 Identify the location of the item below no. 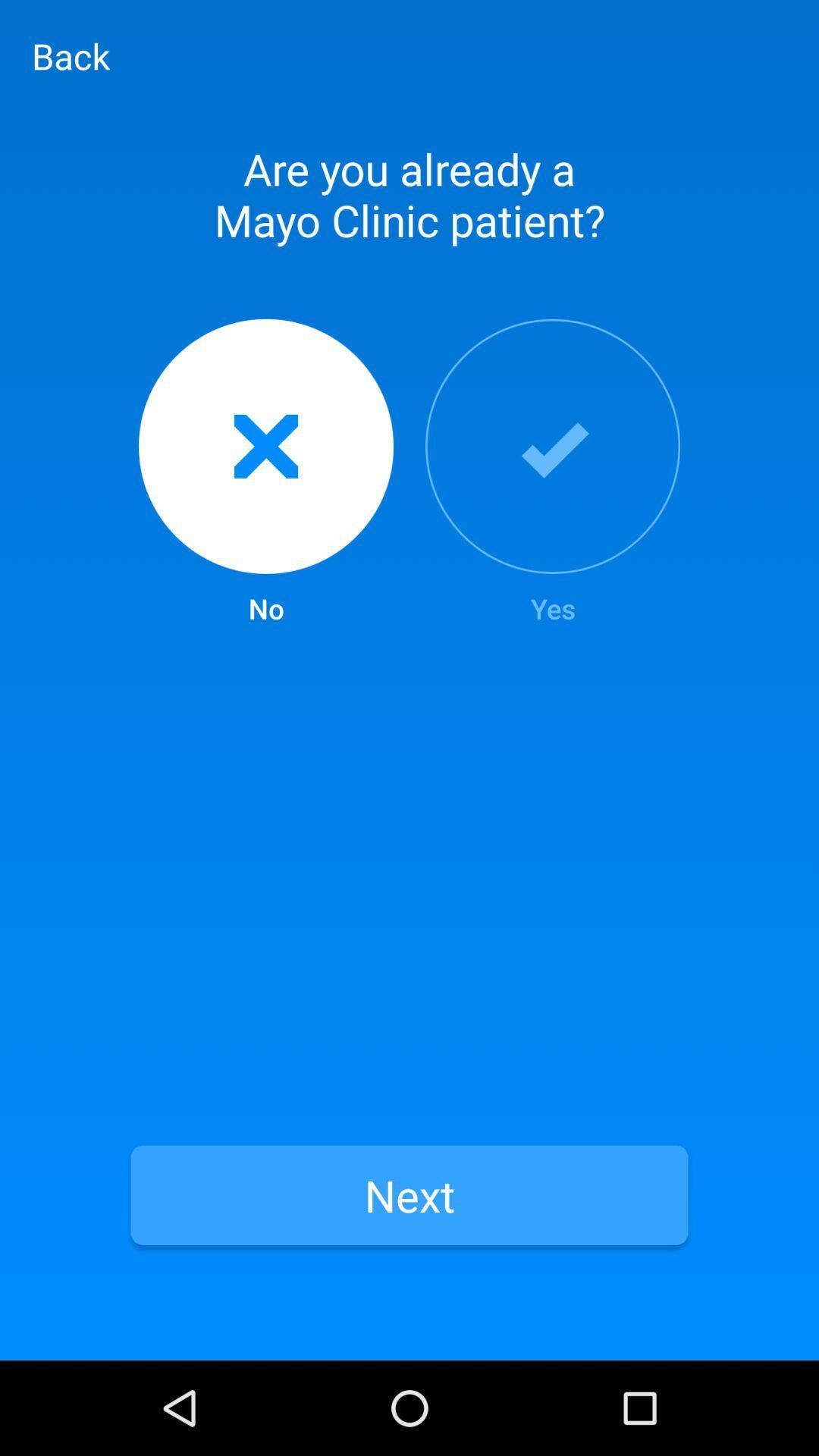
(409, 1194).